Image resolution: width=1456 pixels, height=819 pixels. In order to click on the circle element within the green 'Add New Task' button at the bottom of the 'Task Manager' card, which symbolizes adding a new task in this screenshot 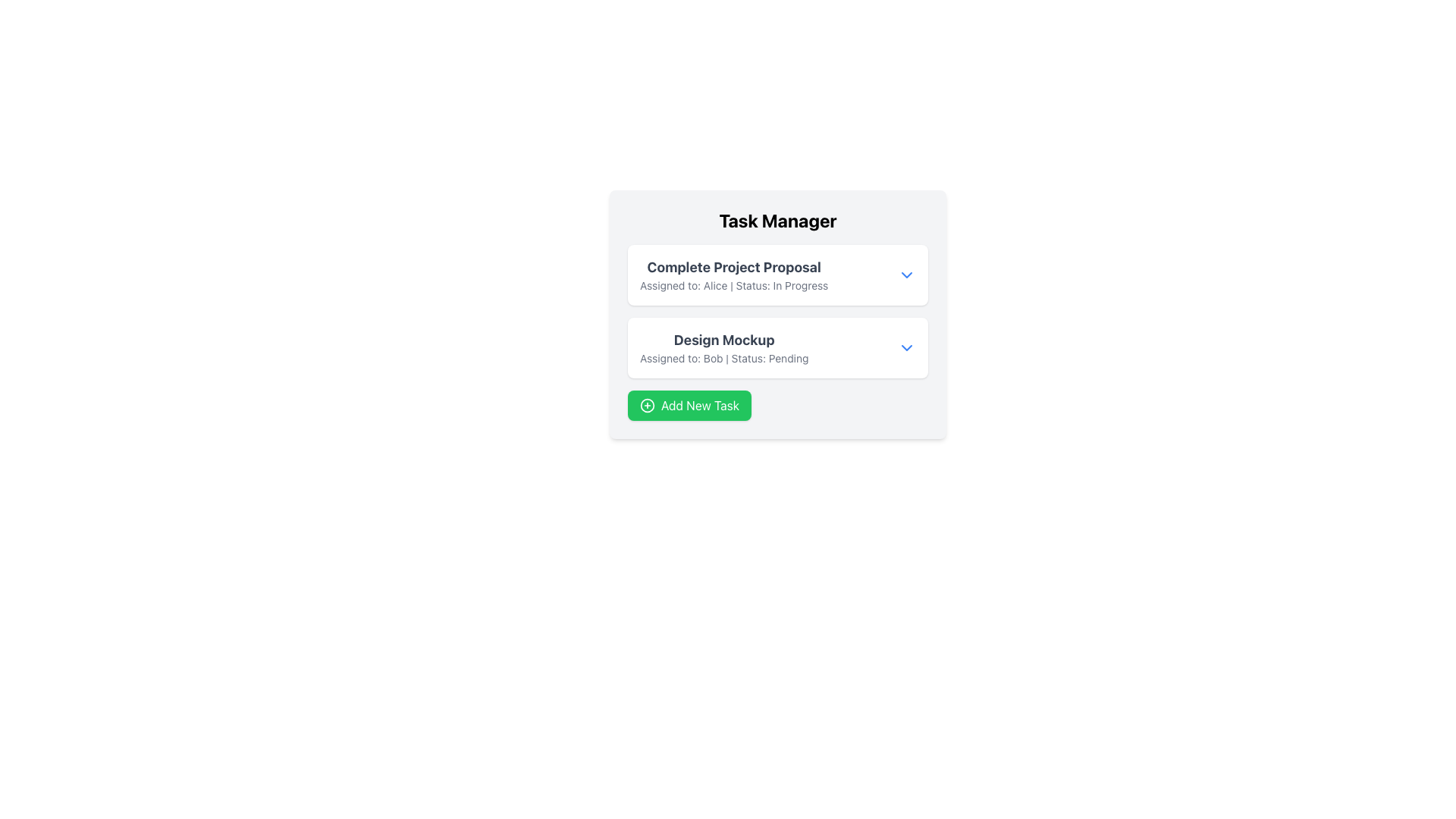, I will do `click(648, 405)`.